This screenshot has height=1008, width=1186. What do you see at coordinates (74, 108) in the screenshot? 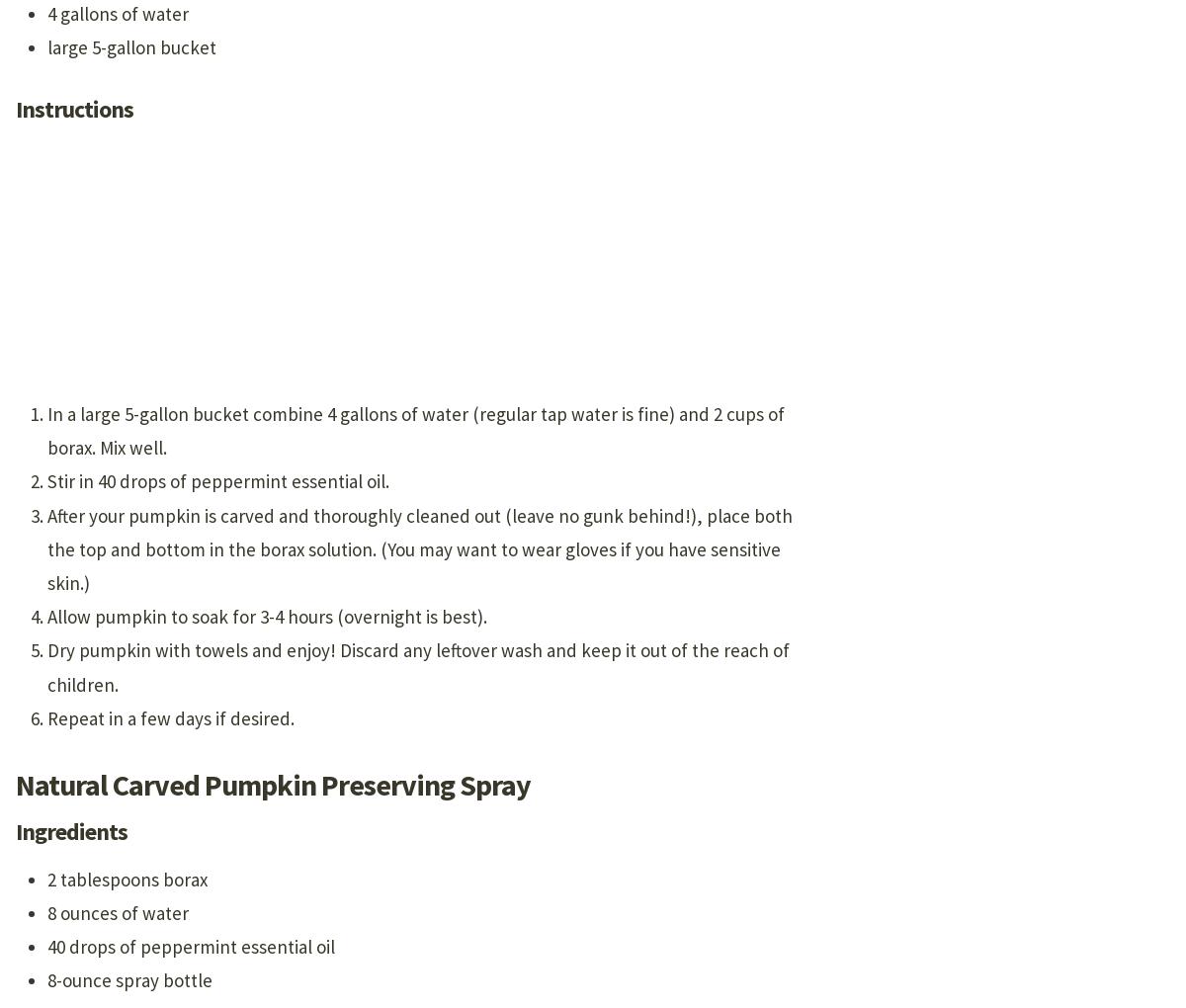
I see `'Instructions'` at bounding box center [74, 108].